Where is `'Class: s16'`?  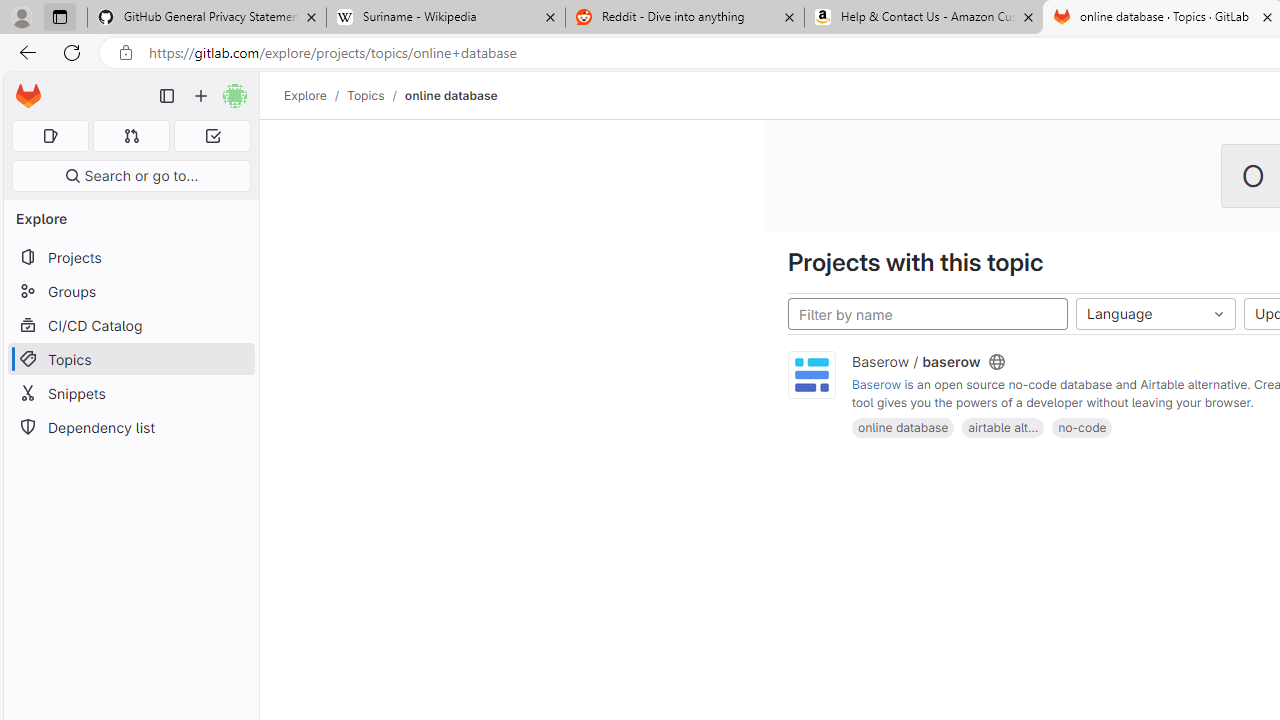
'Class: s16' is located at coordinates (996, 362).